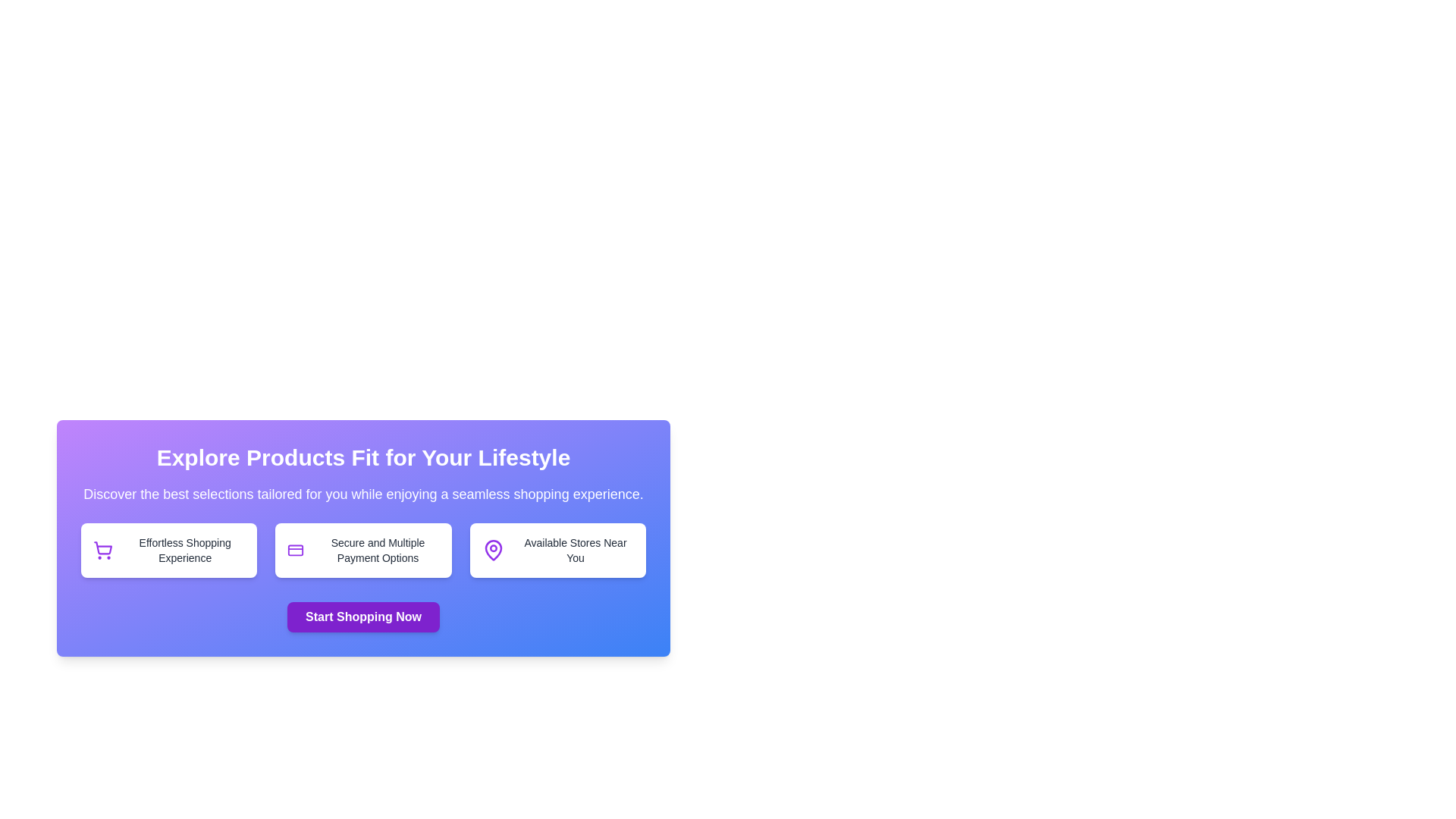  What do you see at coordinates (362, 550) in the screenshot?
I see `the Informational Card featuring a credit card icon and the text 'Secure and Multiple Payment Options', which is positioned in the middle of three cards` at bounding box center [362, 550].